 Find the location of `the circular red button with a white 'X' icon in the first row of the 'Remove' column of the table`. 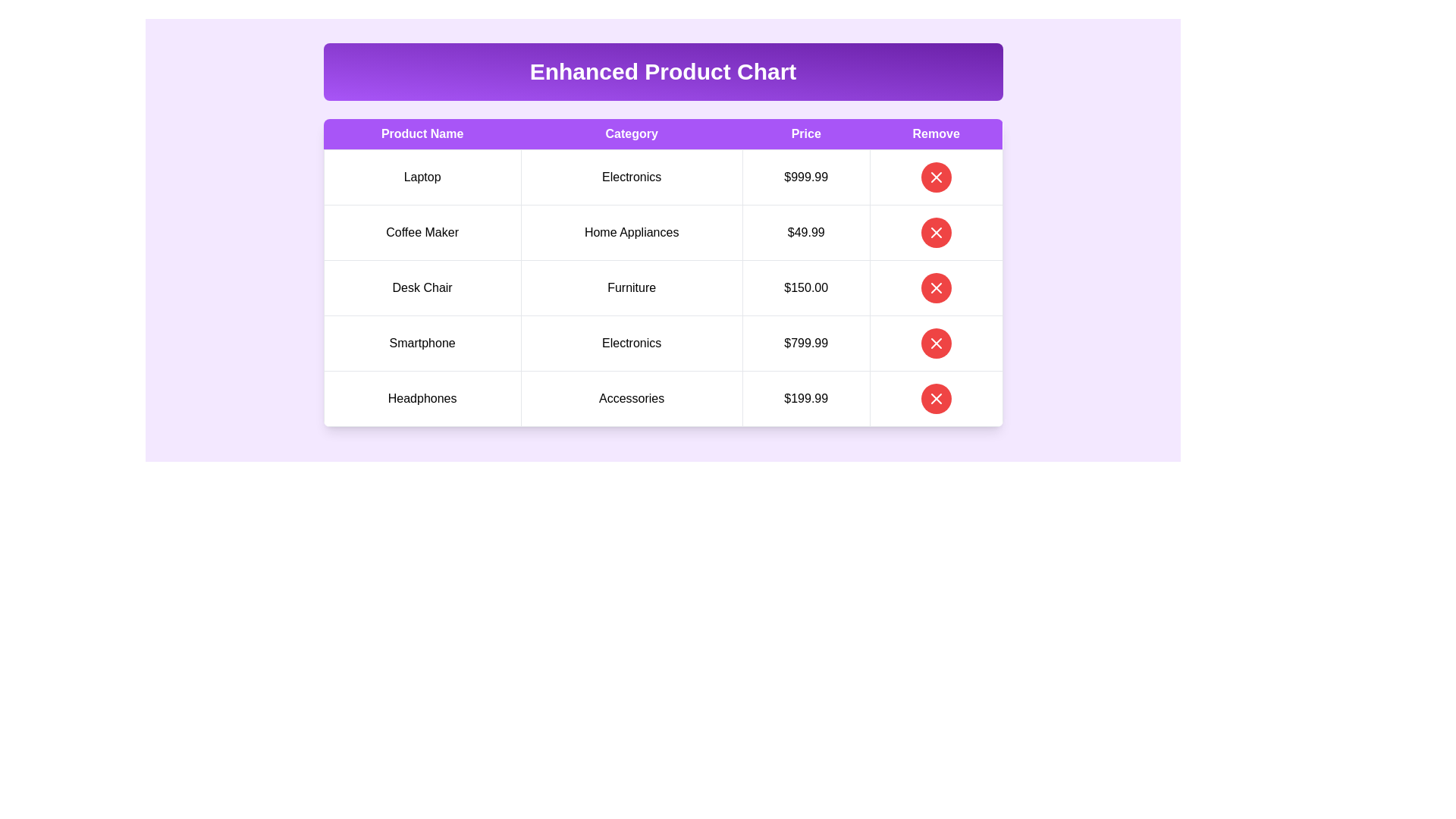

the circular red button with a white 'X' icon in the first row of the 'Remove' column of the table is located at coordinates (934, 177).